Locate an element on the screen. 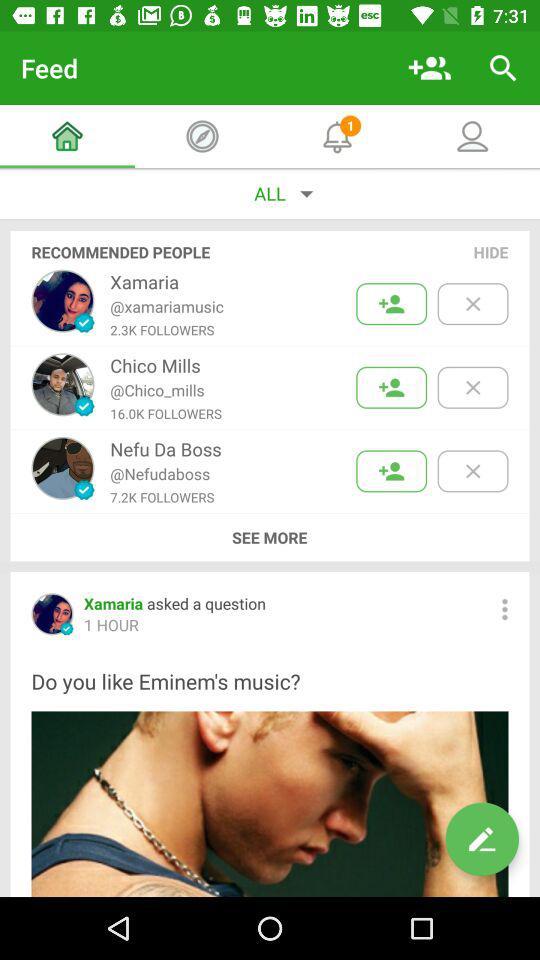 The width and height of the screenshot is (540, 960). hamburger button for options is located at coordinates (503, 608).